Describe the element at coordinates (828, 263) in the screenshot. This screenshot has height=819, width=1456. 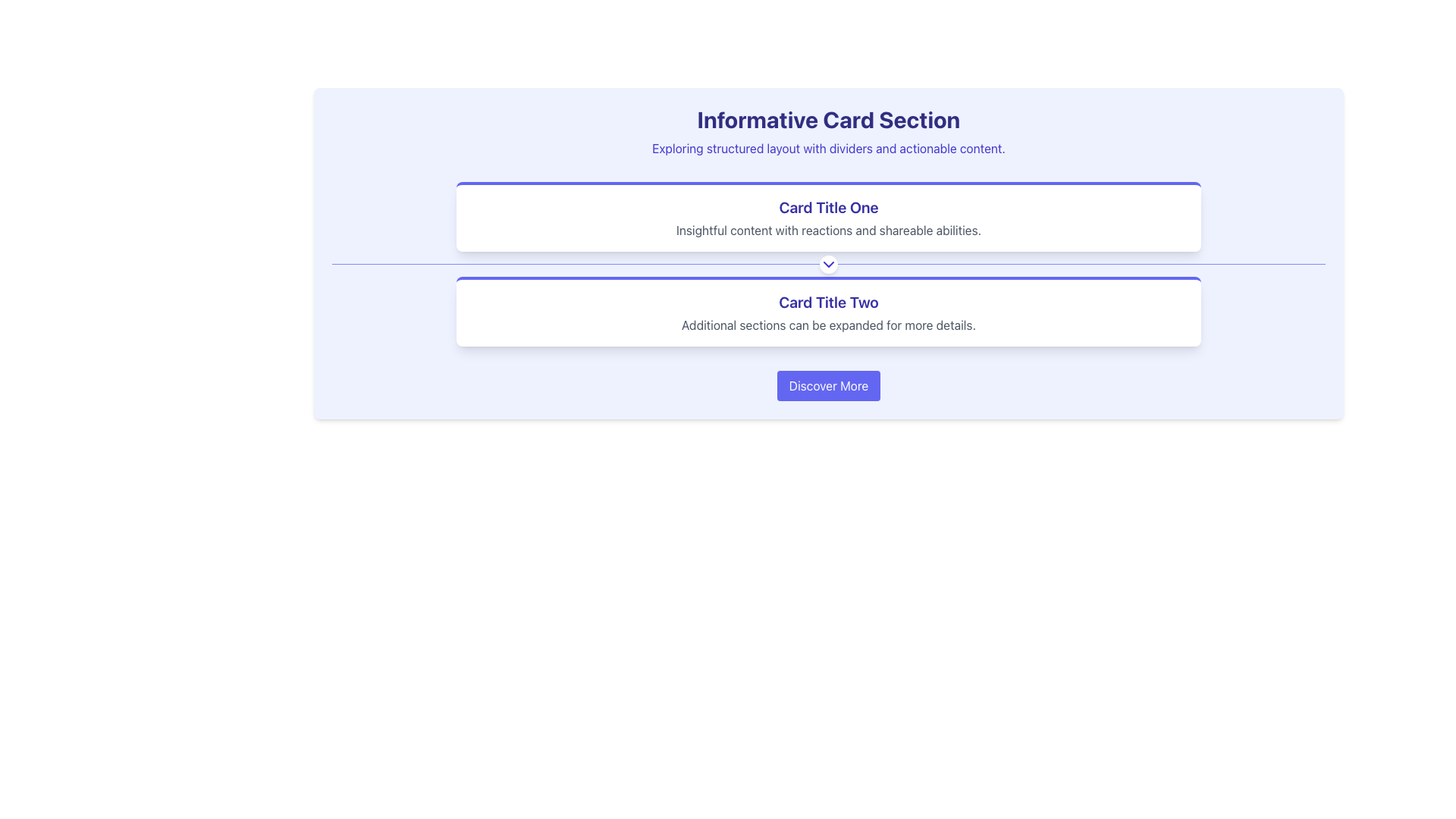
I see `the Decorative Divider element that visually separates the two cards within the section, enhancing readability and structure` at that location.